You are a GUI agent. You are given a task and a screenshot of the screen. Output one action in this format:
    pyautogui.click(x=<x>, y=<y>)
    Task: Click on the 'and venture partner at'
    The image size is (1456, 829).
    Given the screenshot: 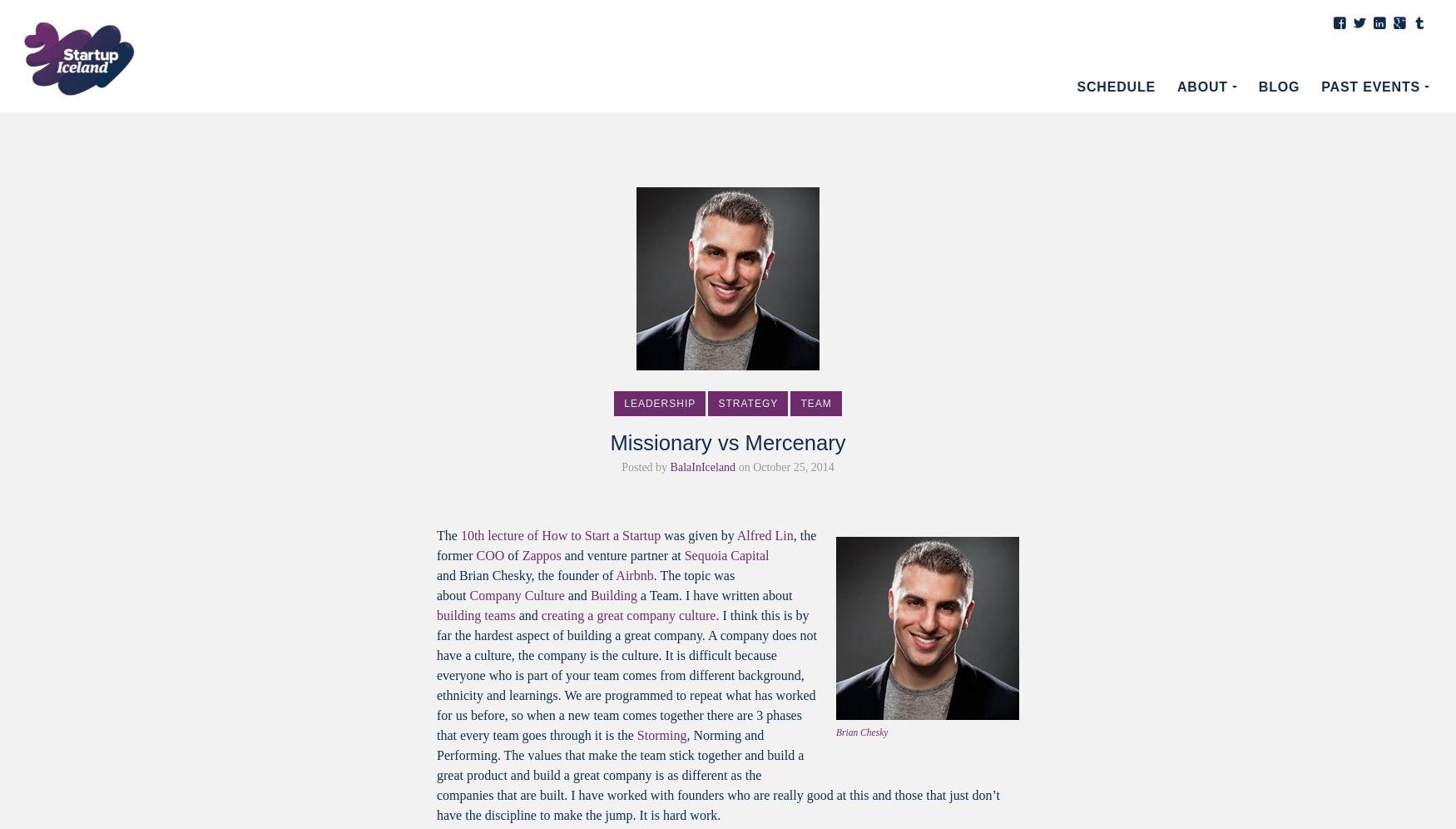 What is the action you would take?
    pyautogui.click(x=622, y=555)
    